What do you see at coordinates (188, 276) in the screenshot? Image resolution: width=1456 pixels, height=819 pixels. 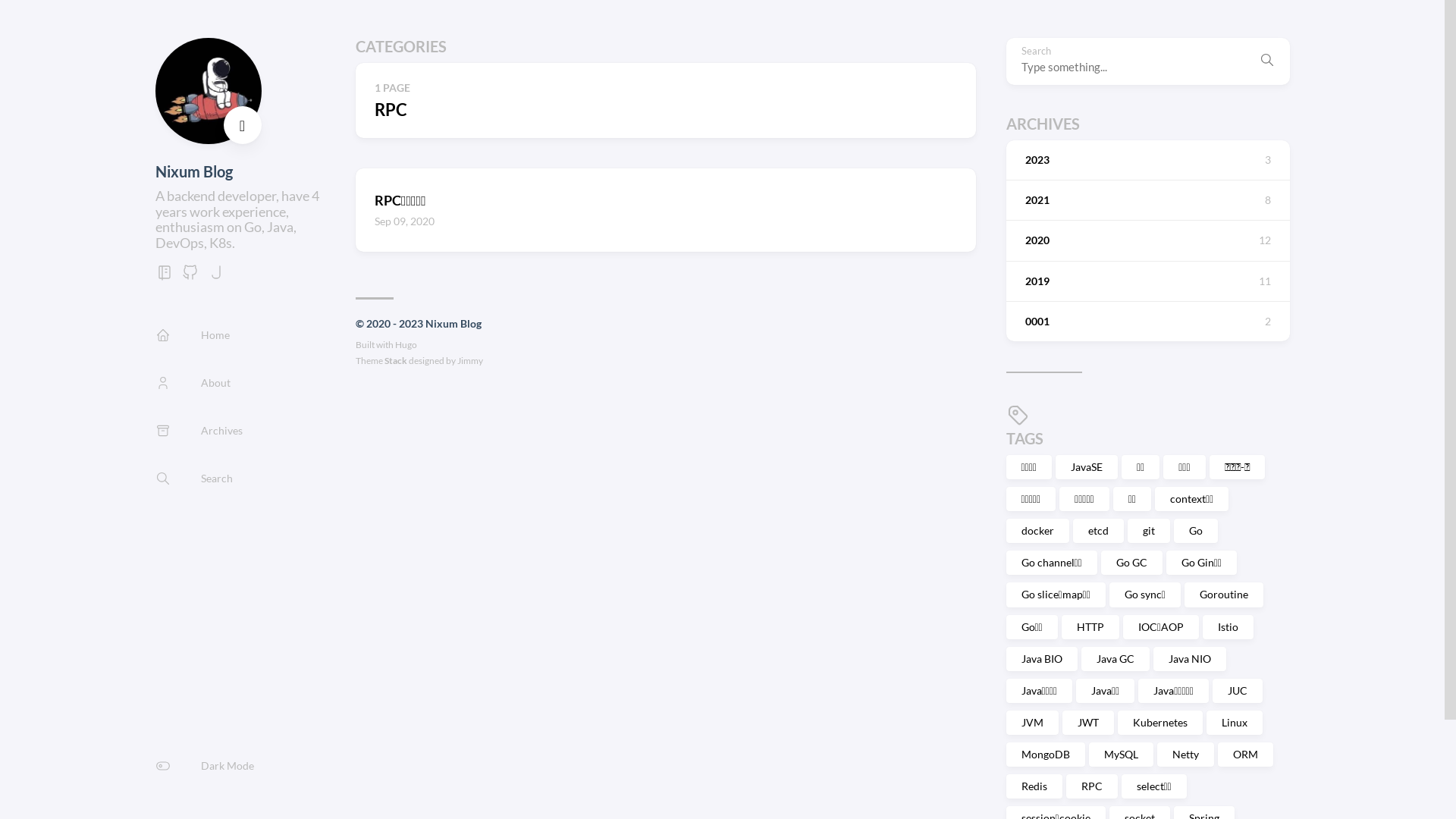 I see `'GitHub'` at bounding box center [188, 276].